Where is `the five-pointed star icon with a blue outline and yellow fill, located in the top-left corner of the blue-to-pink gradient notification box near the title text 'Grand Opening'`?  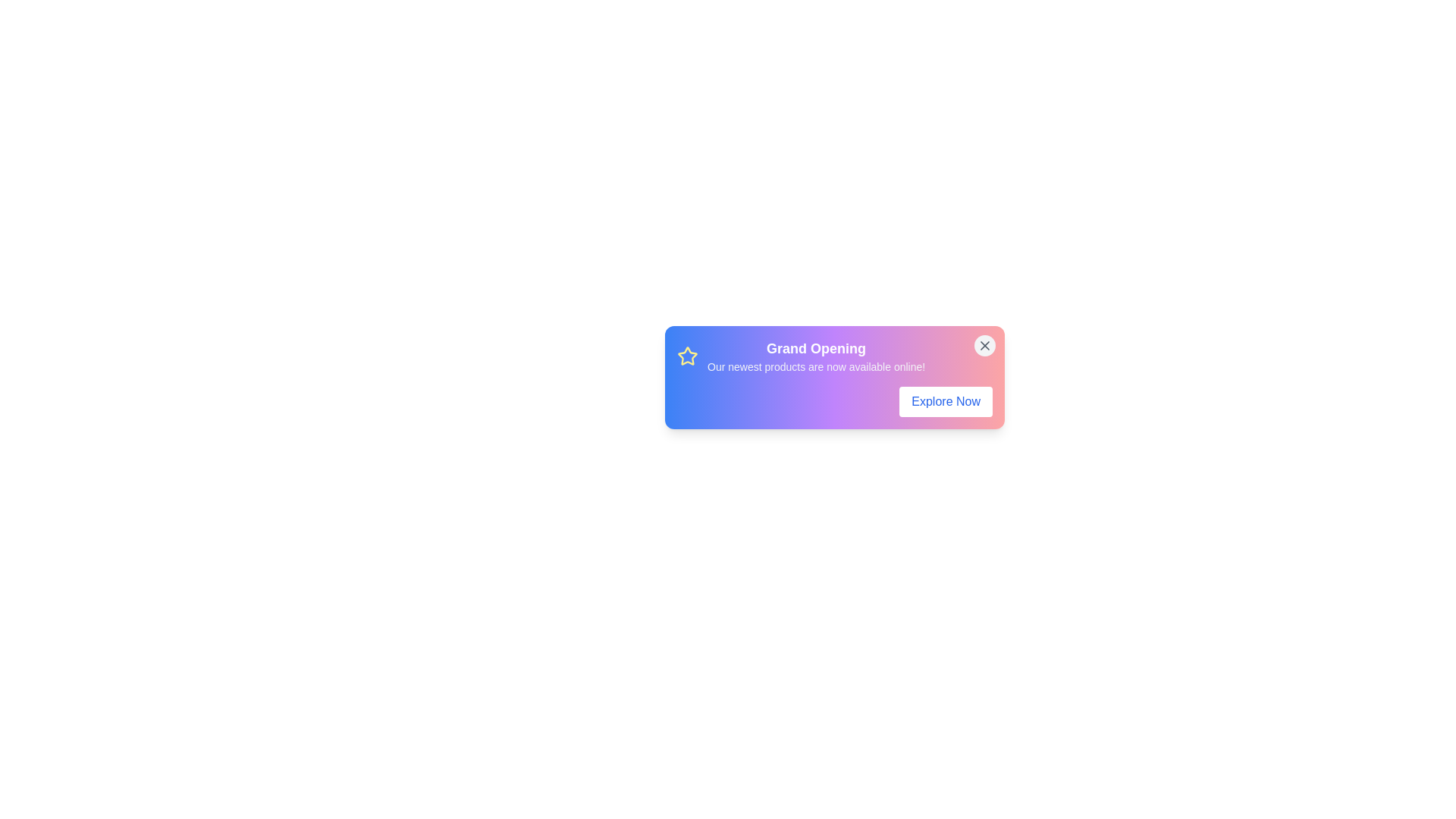
the five-pointed star icon with a blue outline and yellow fill, located in the top-left corner of the blue-to-pink gradient notification box near the title text 'Grand Opening' is located at coordinates (687, 356).